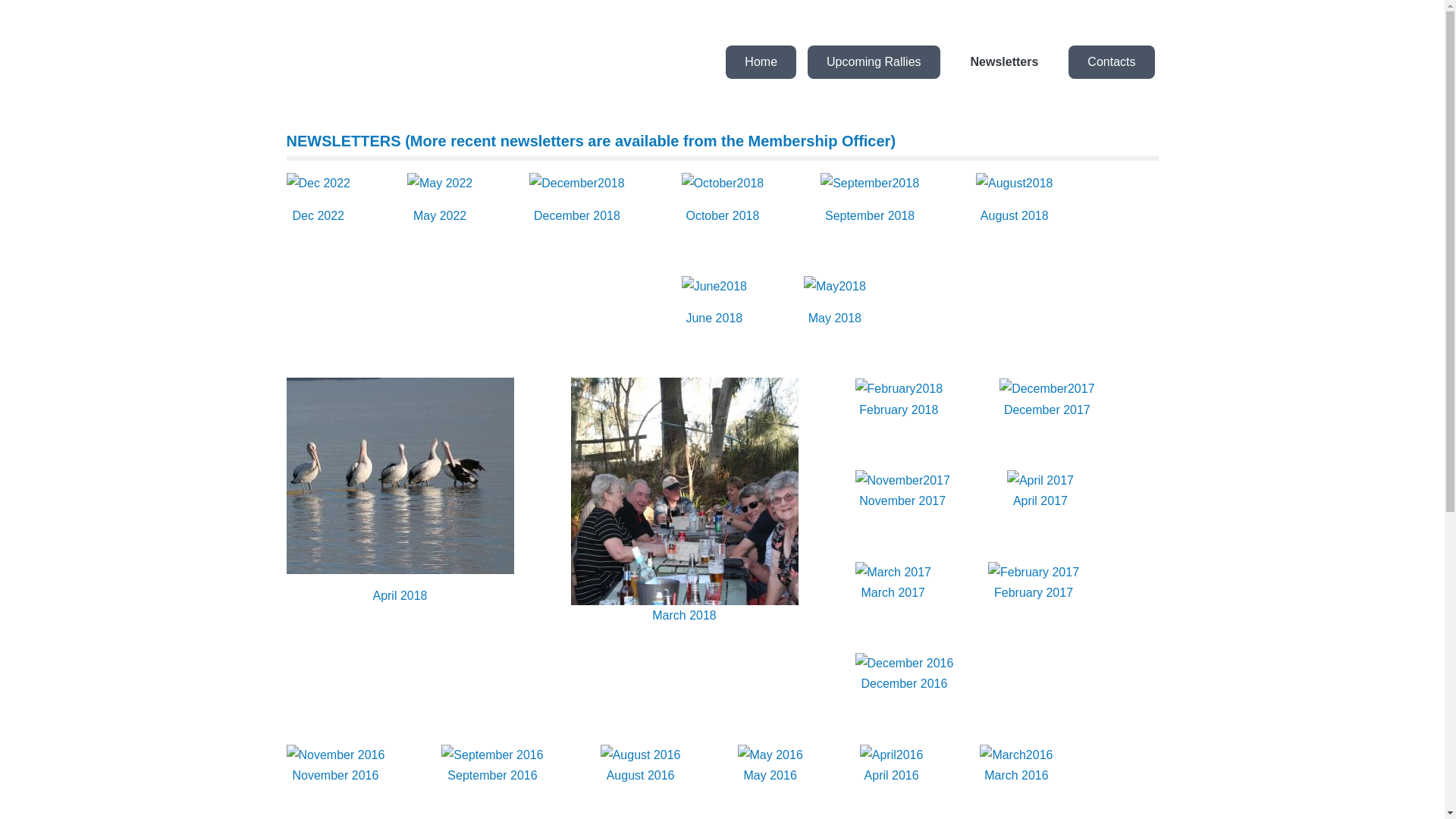 The image size is (1456, 819). Describe the element at coordinates (1040, 500) in the screenshot. I see `'April 2017'` at that location.